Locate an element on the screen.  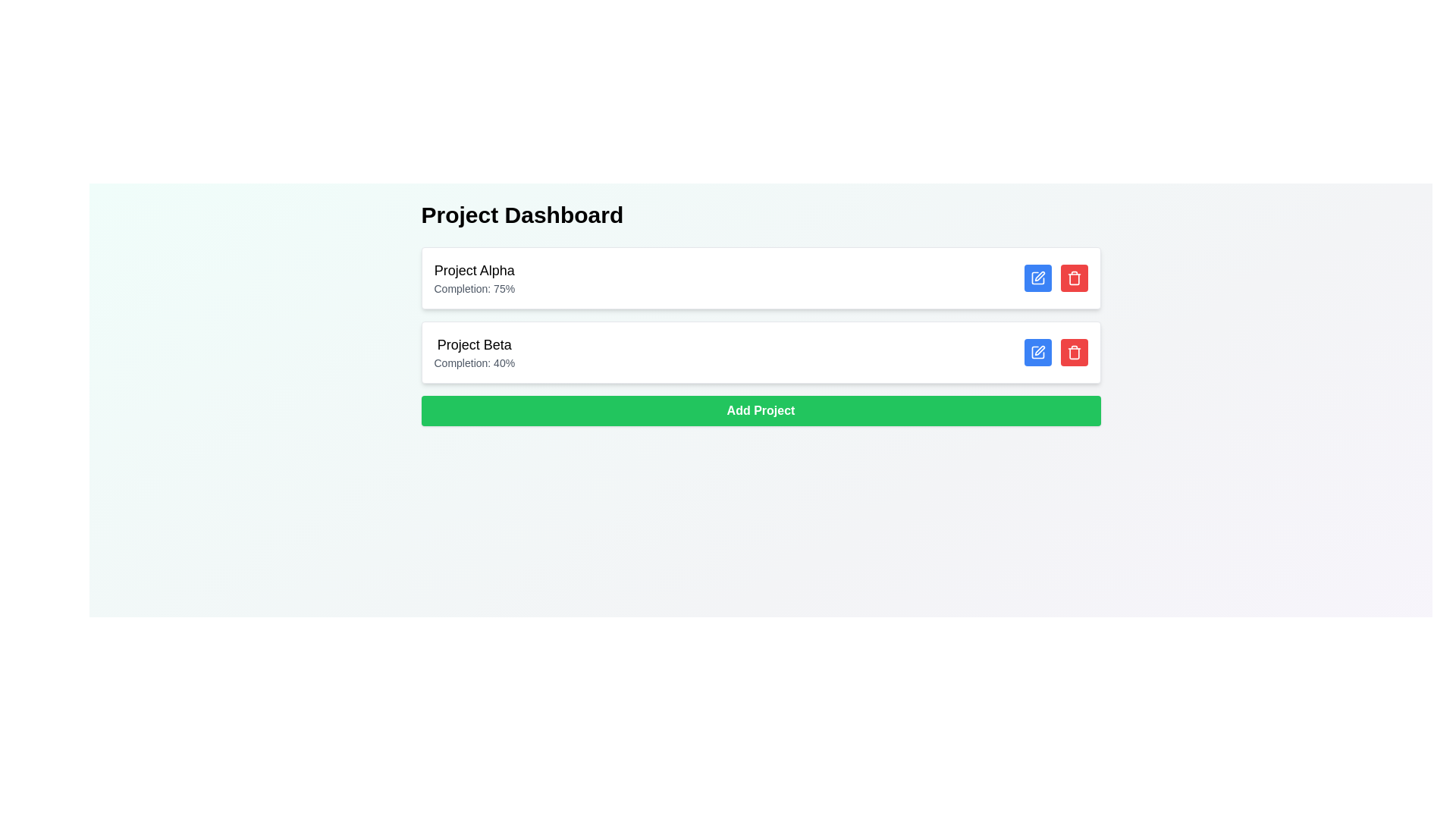
the delete icon within the red, rounded rectangular button on the right side of the 'Project Beta' card is located at coordinates (1073, 278).